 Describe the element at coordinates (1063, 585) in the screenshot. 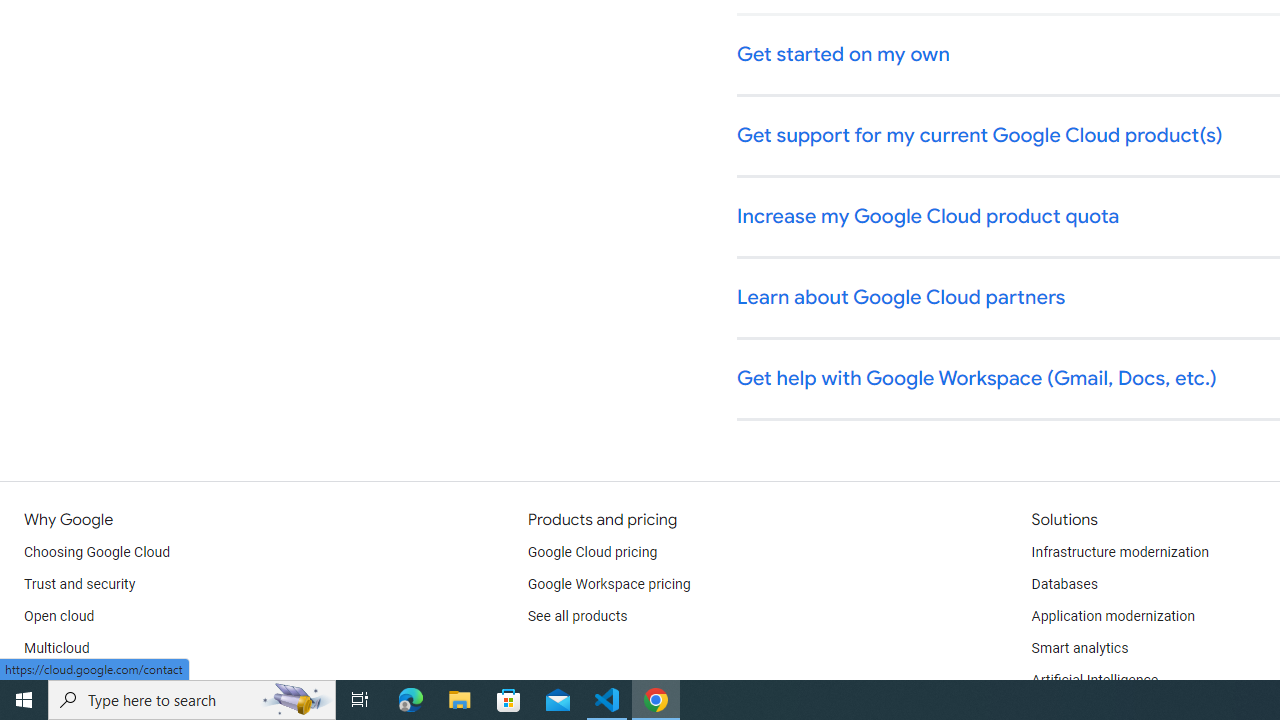

I see `'Databases'` at that location.